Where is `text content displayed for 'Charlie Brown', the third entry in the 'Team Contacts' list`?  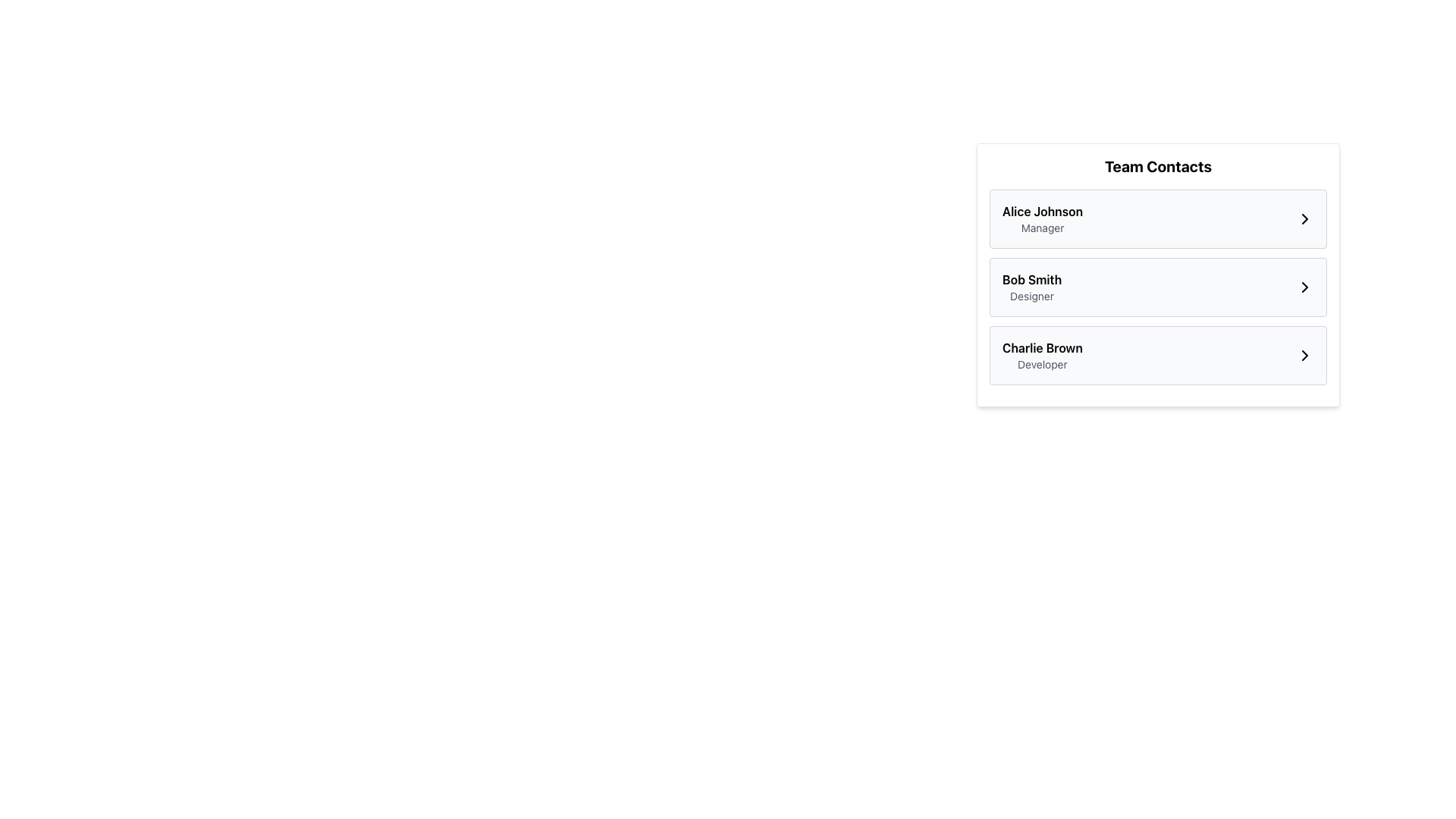 text content displayed for 'Charlie Brown', the third entry in the 'Team Contacts' list is located at coordinates (1041, 356).